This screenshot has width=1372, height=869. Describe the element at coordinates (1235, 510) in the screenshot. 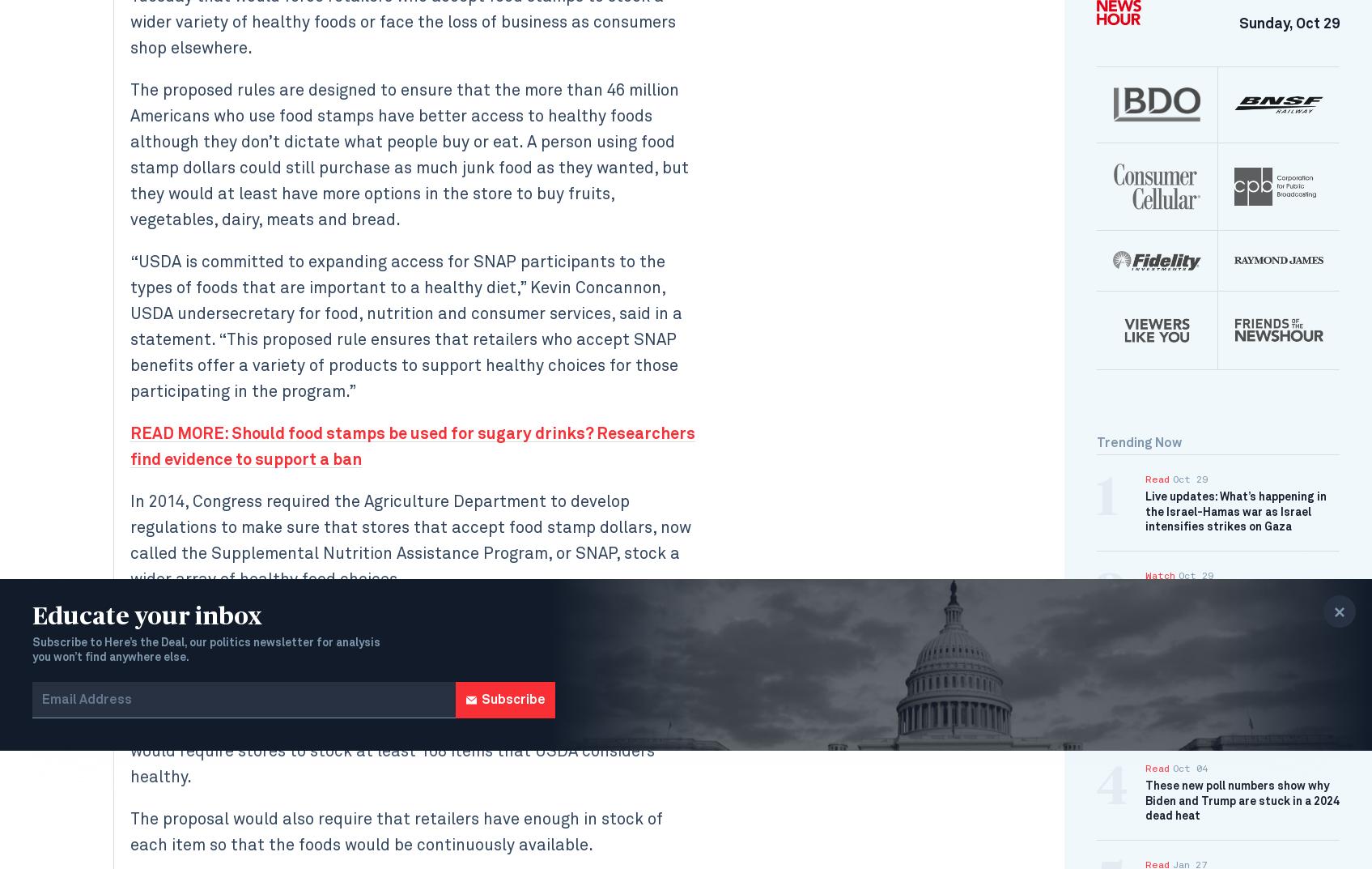

I see `'Live updates: What’s happening in the Israel-Hamas war as Israel intensifies strikes on Gaza'` at that location.